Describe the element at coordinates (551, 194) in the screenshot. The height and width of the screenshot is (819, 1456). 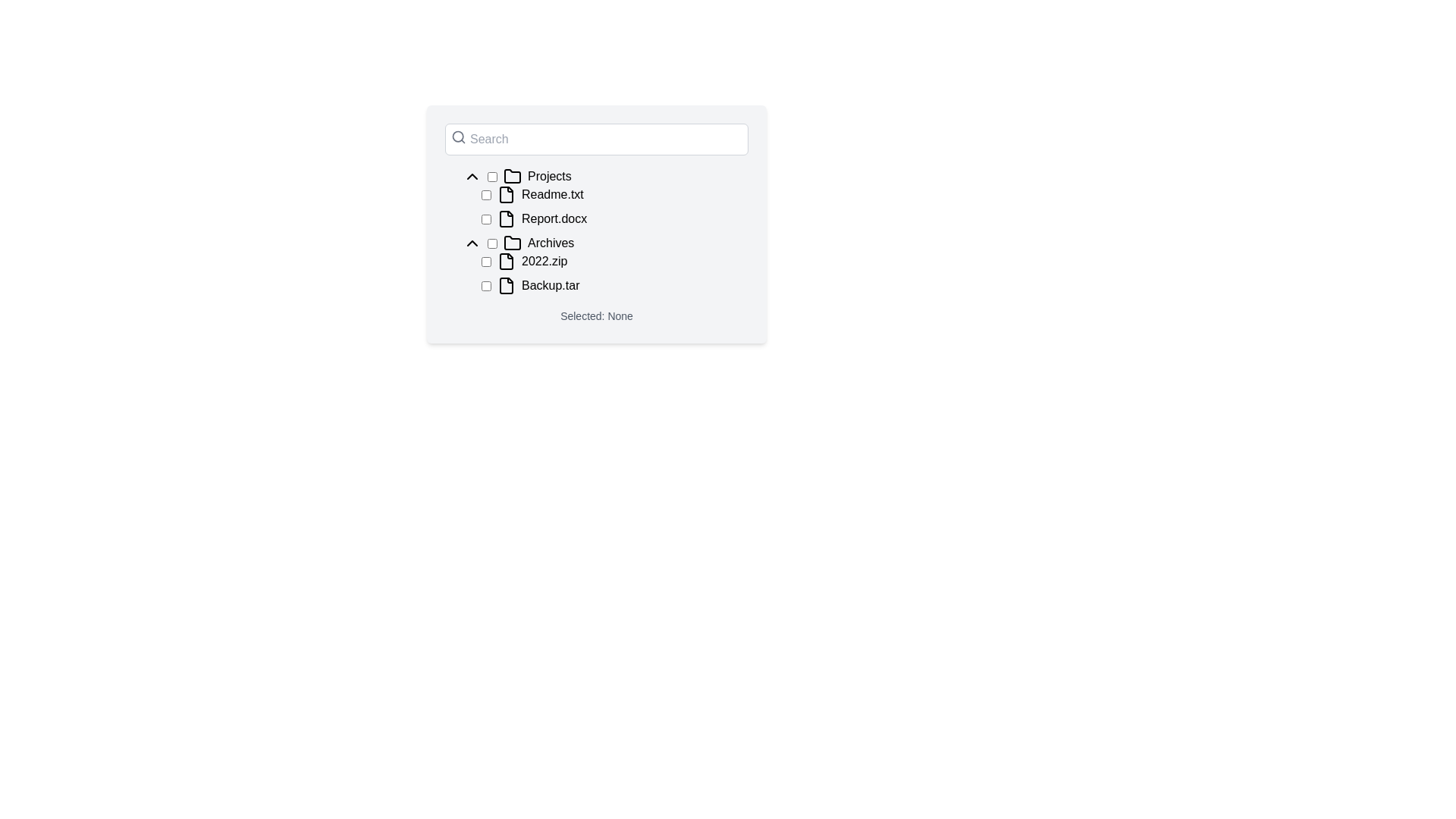
I see `on the text label 'Readme.txt' in the file hierarchy view` at that location.